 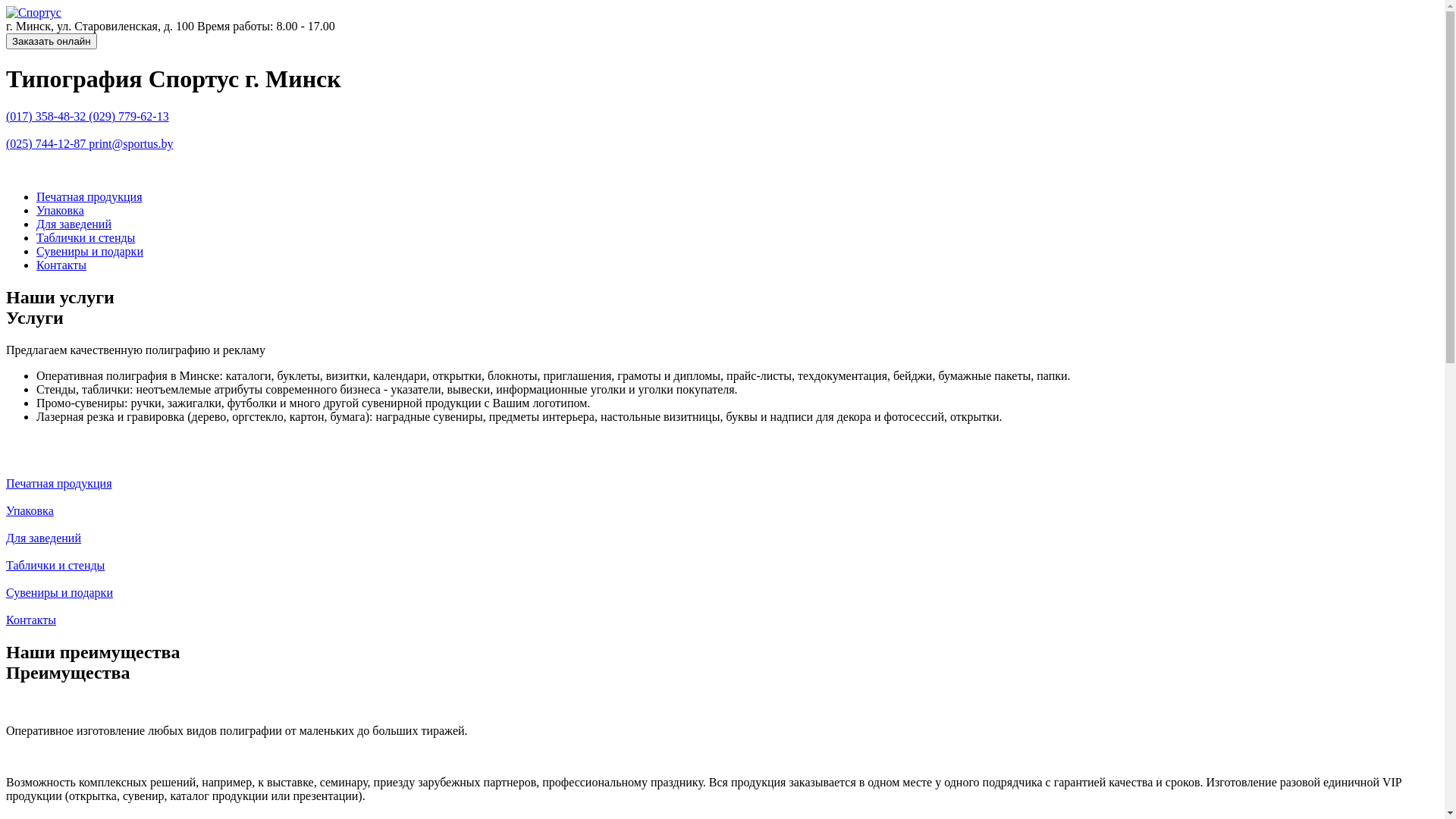 I want to click on 'print@sportus.by', so click(x=87, y=143).